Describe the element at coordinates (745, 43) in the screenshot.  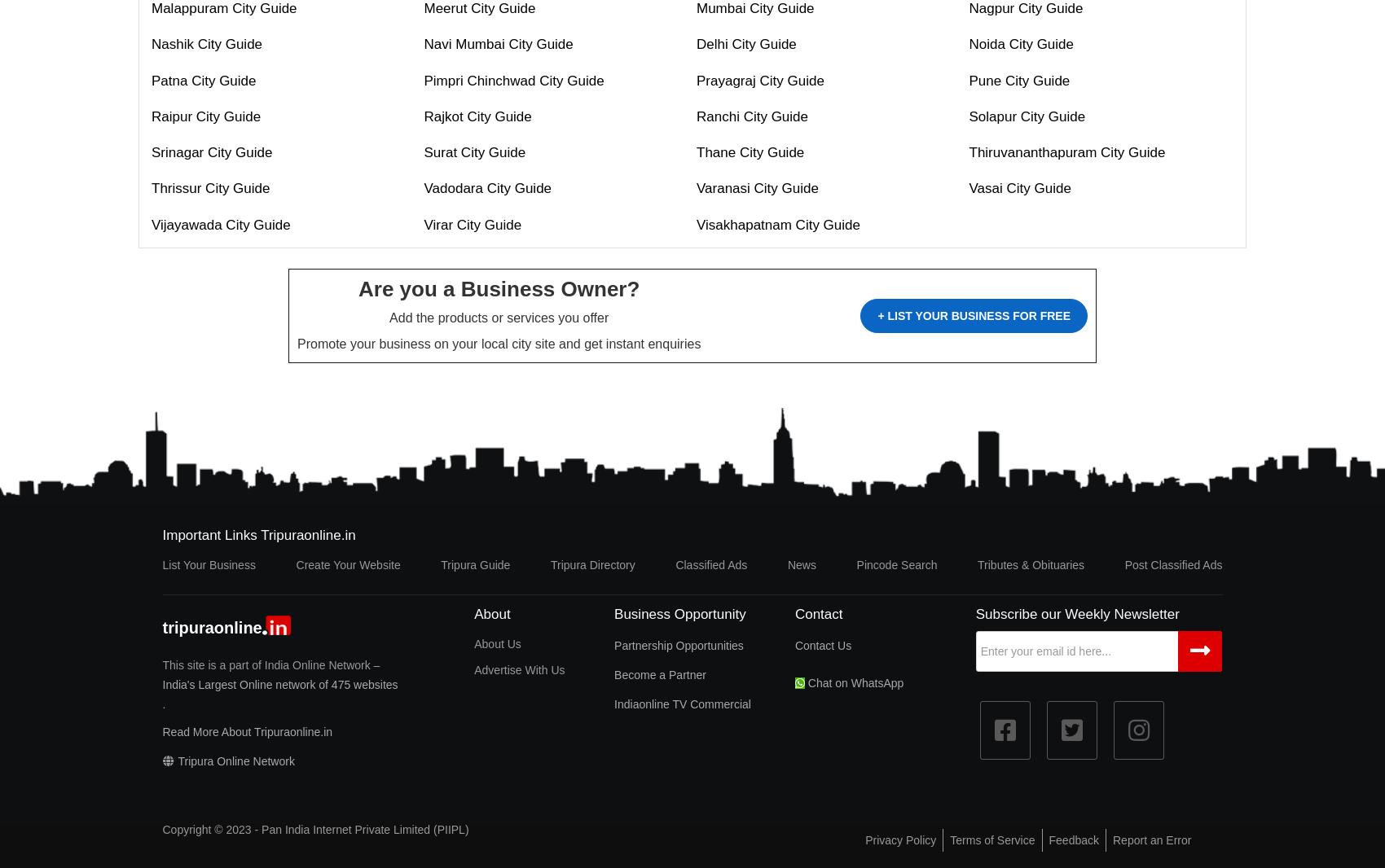
I see `'Delhi City Guide'` at that location.